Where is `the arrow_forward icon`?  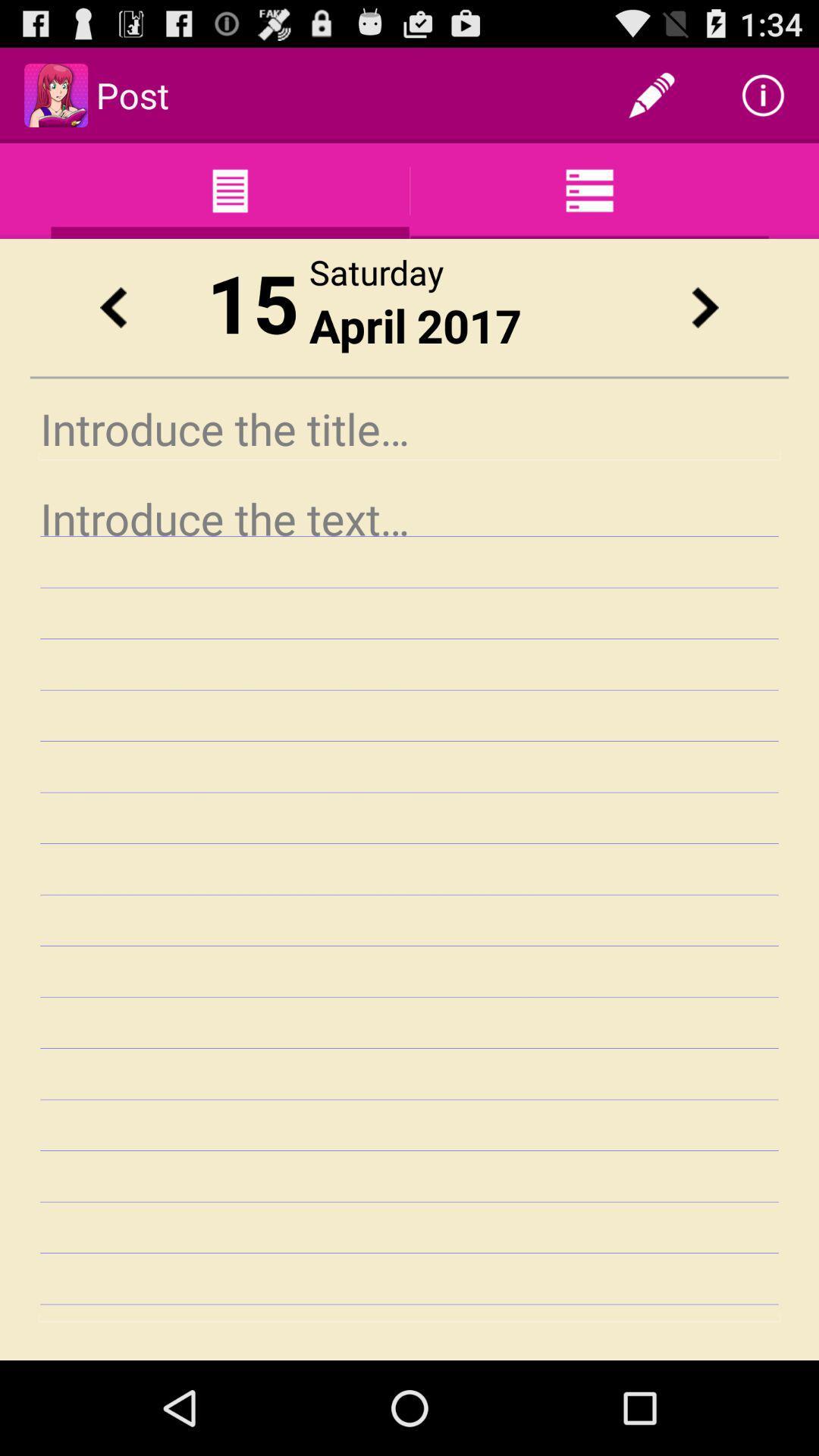
the arrow_forward icon is located at coordinates (704, 328).